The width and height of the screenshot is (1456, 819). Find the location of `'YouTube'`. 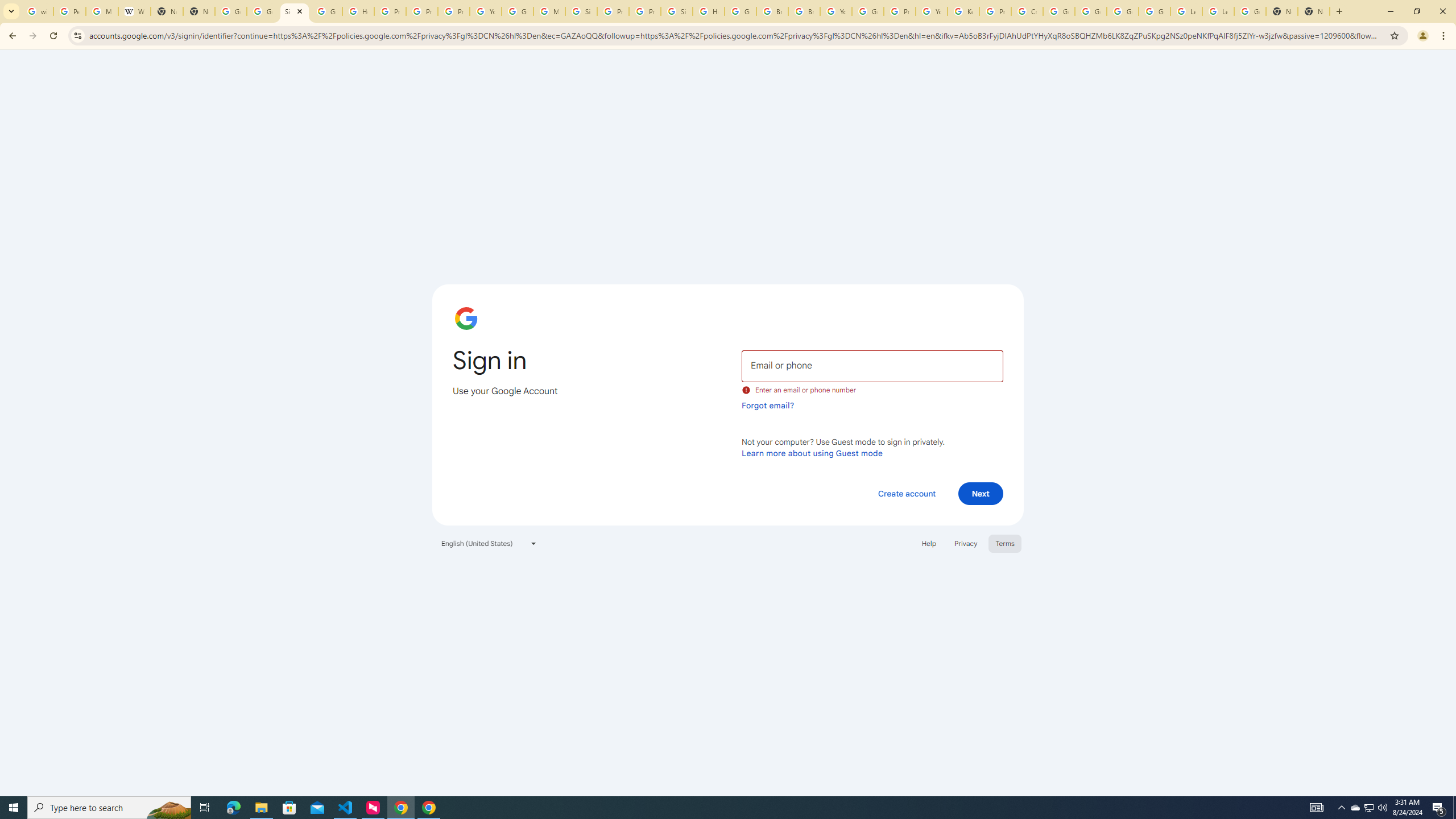

'YouTube' is located at coordinates (930, 11).